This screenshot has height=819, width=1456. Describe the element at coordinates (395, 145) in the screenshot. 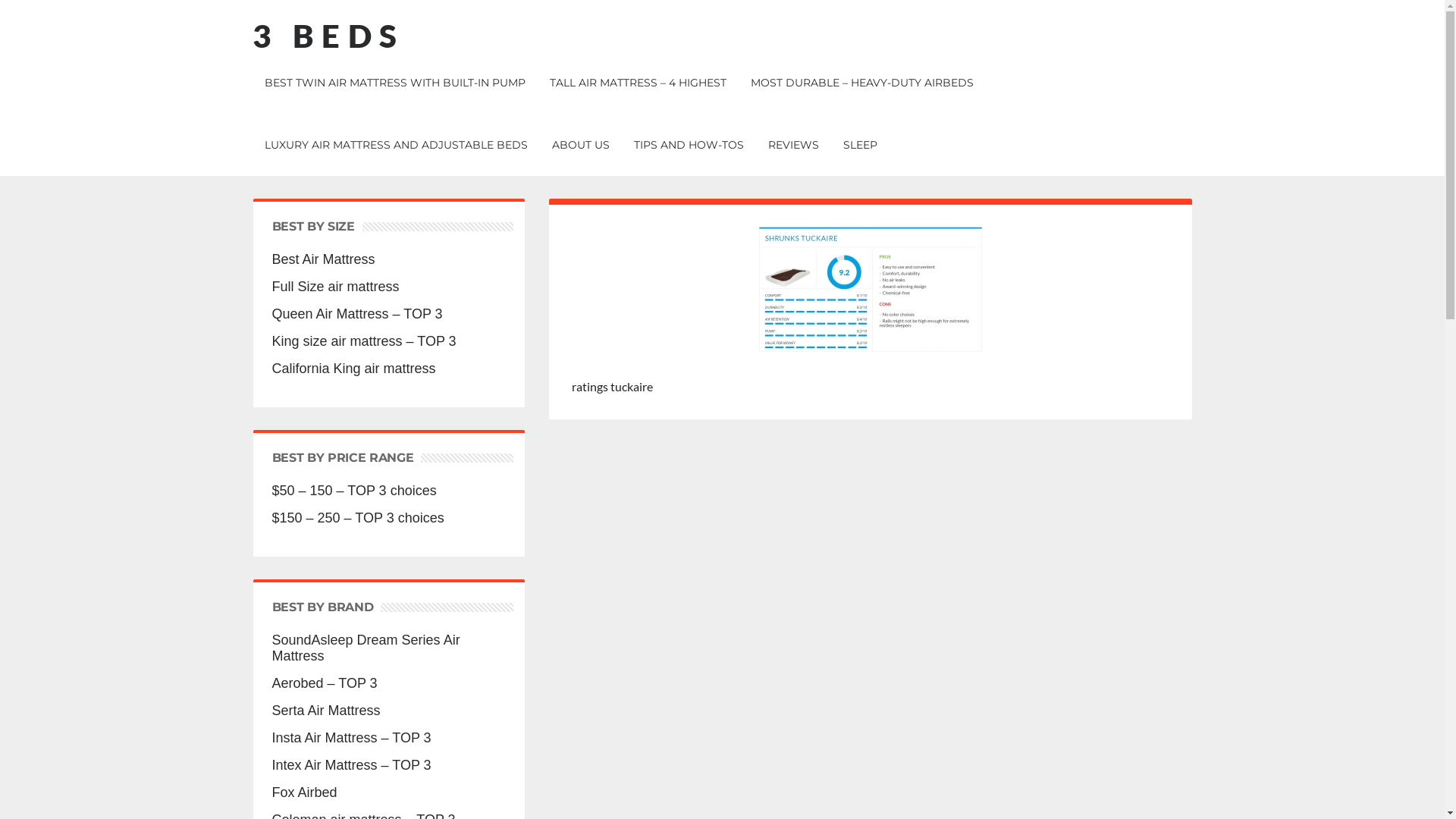

I see `'LUXURY AIR MATTRESS AND ADJUSTABLE BEDS'` at that location.